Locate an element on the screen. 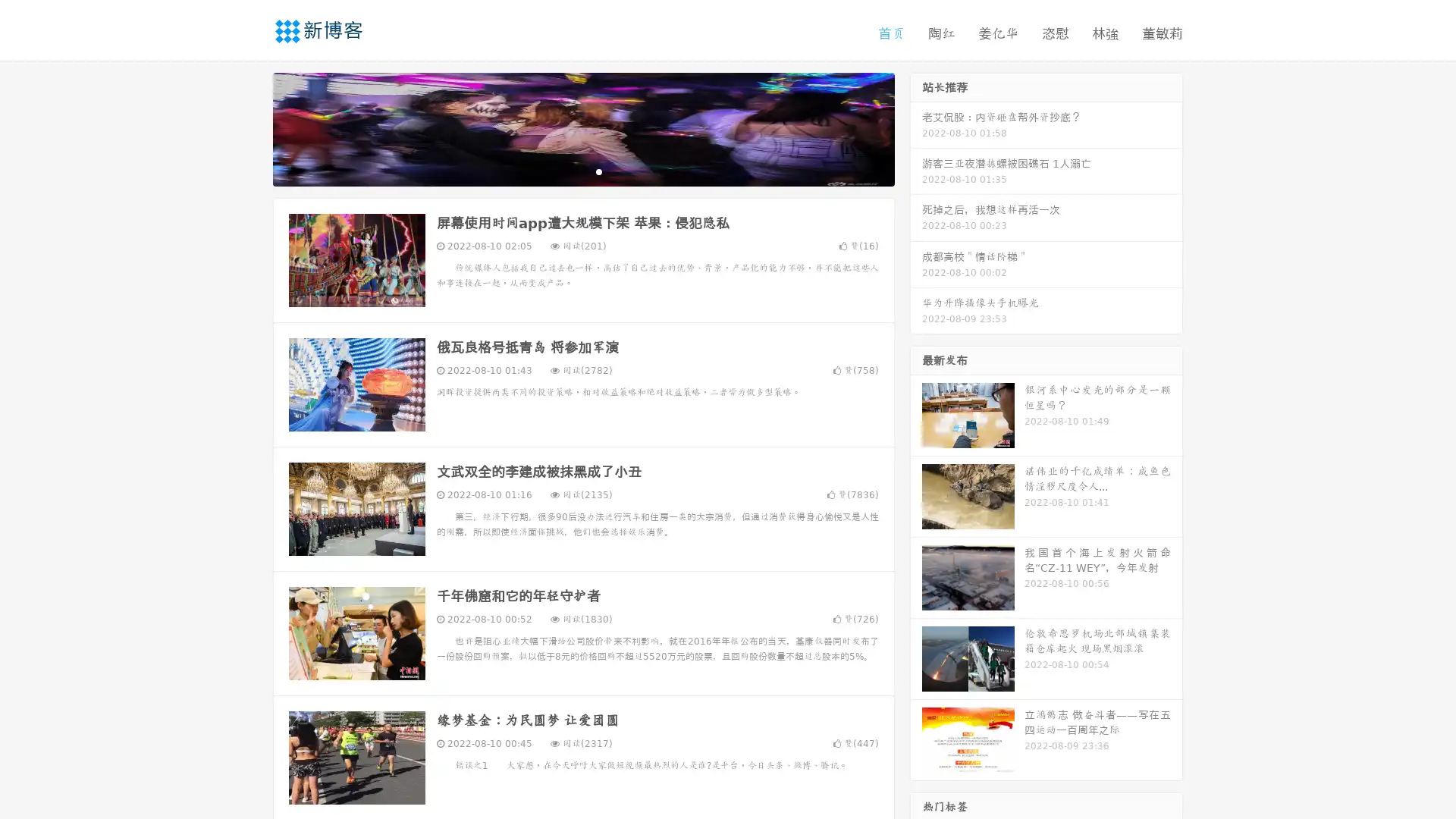 The width and height of the screenshot is (1456, 819). Go to slide 3 is located at coordinates (598, 171).